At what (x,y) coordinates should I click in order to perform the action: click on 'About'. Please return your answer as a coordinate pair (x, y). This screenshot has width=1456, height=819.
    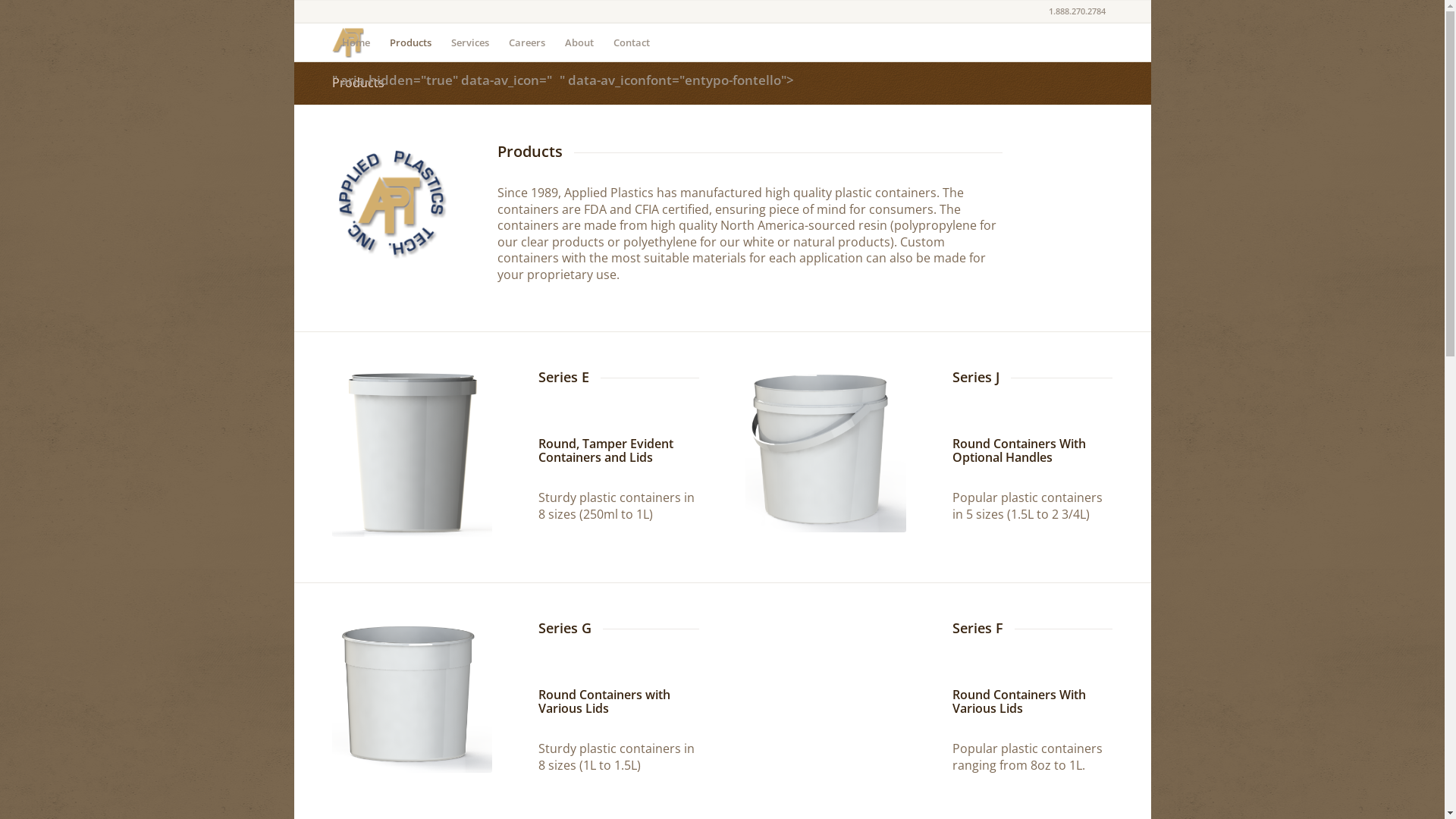
    Looking at the image, I should click on (554, 42).